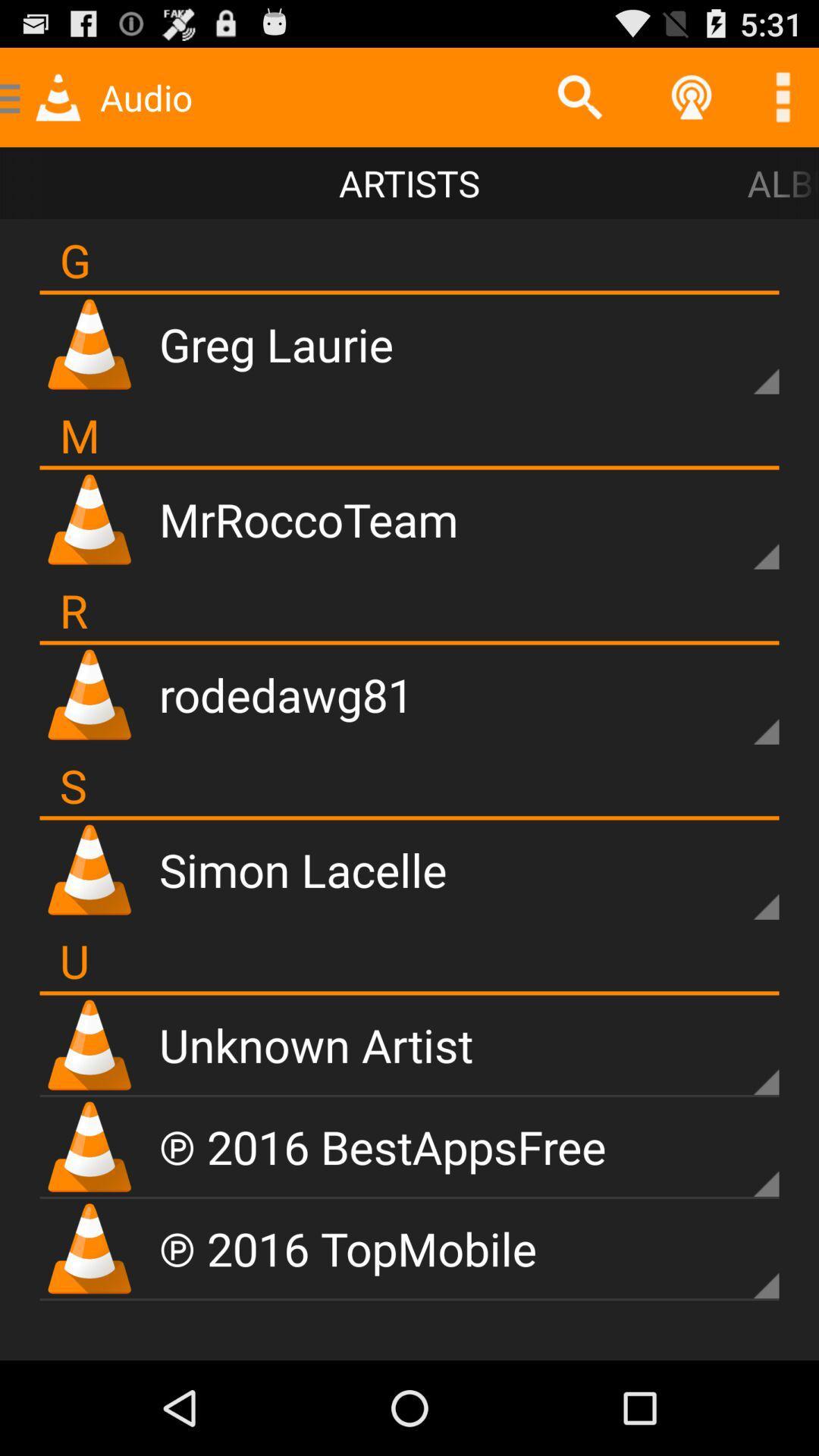 The height and width of the screenshot is (1456, 819). Describe the element at coordinates (315, 1043) in the screenshot. I see `unknown artist icon` at that location.